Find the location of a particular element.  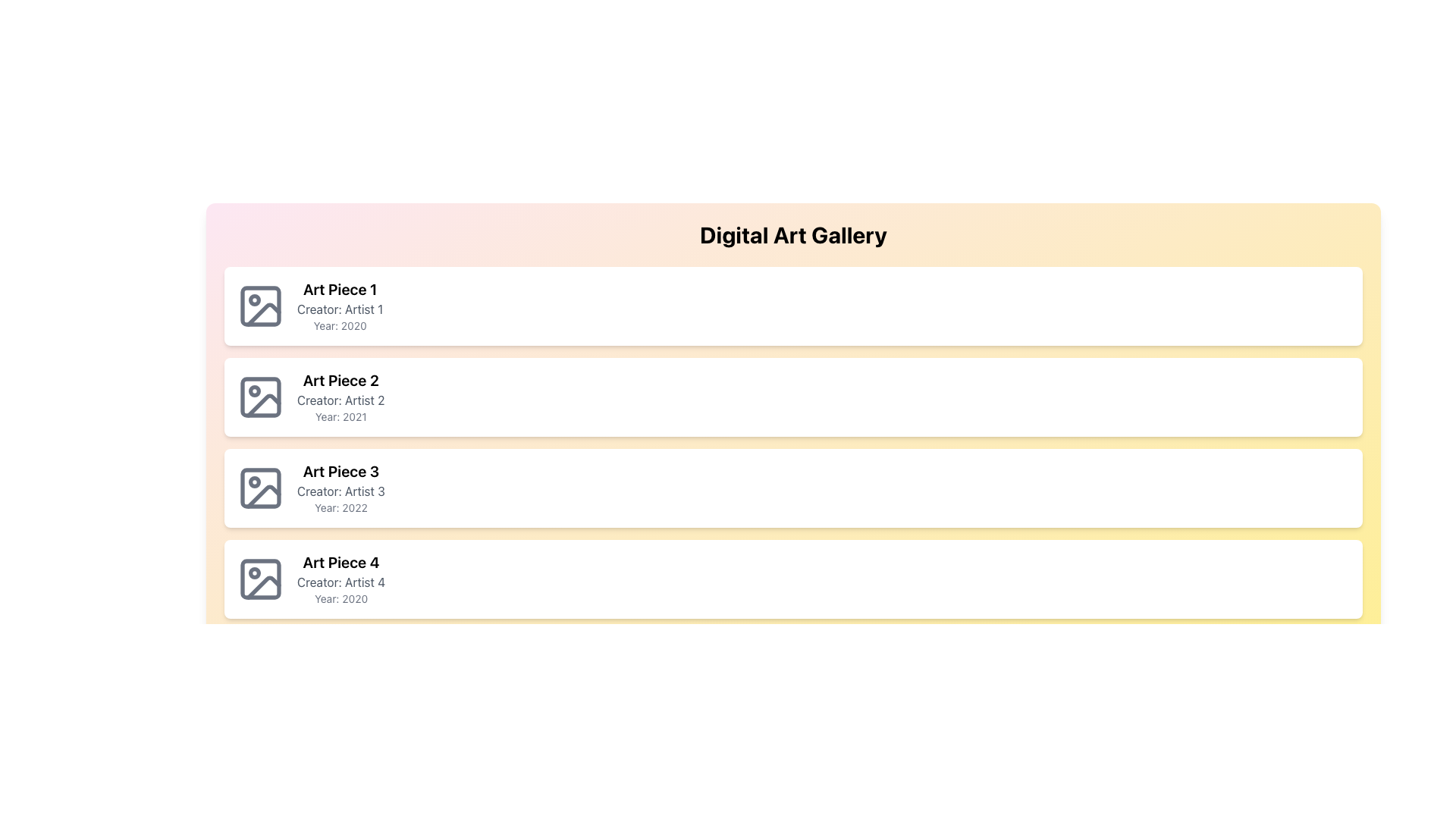

text element displaying 'Creator: Artist 2', which is positioned below the title 'Art Piece 2' and above 'Year: 2021' is located at coordinates (340, 400).